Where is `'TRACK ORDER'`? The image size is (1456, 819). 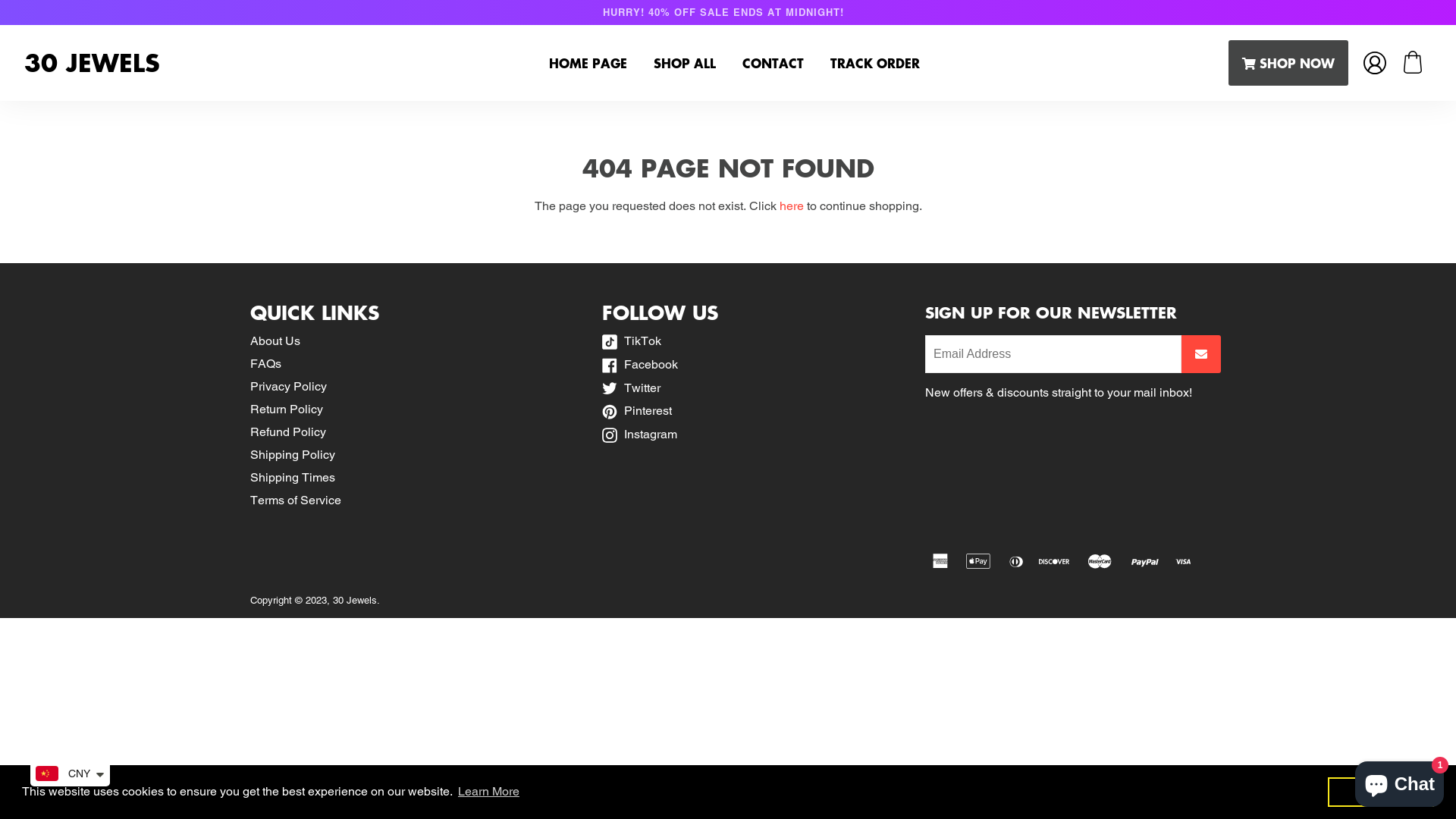 'TRACK ORDER' is located at coordinates (821, 62).